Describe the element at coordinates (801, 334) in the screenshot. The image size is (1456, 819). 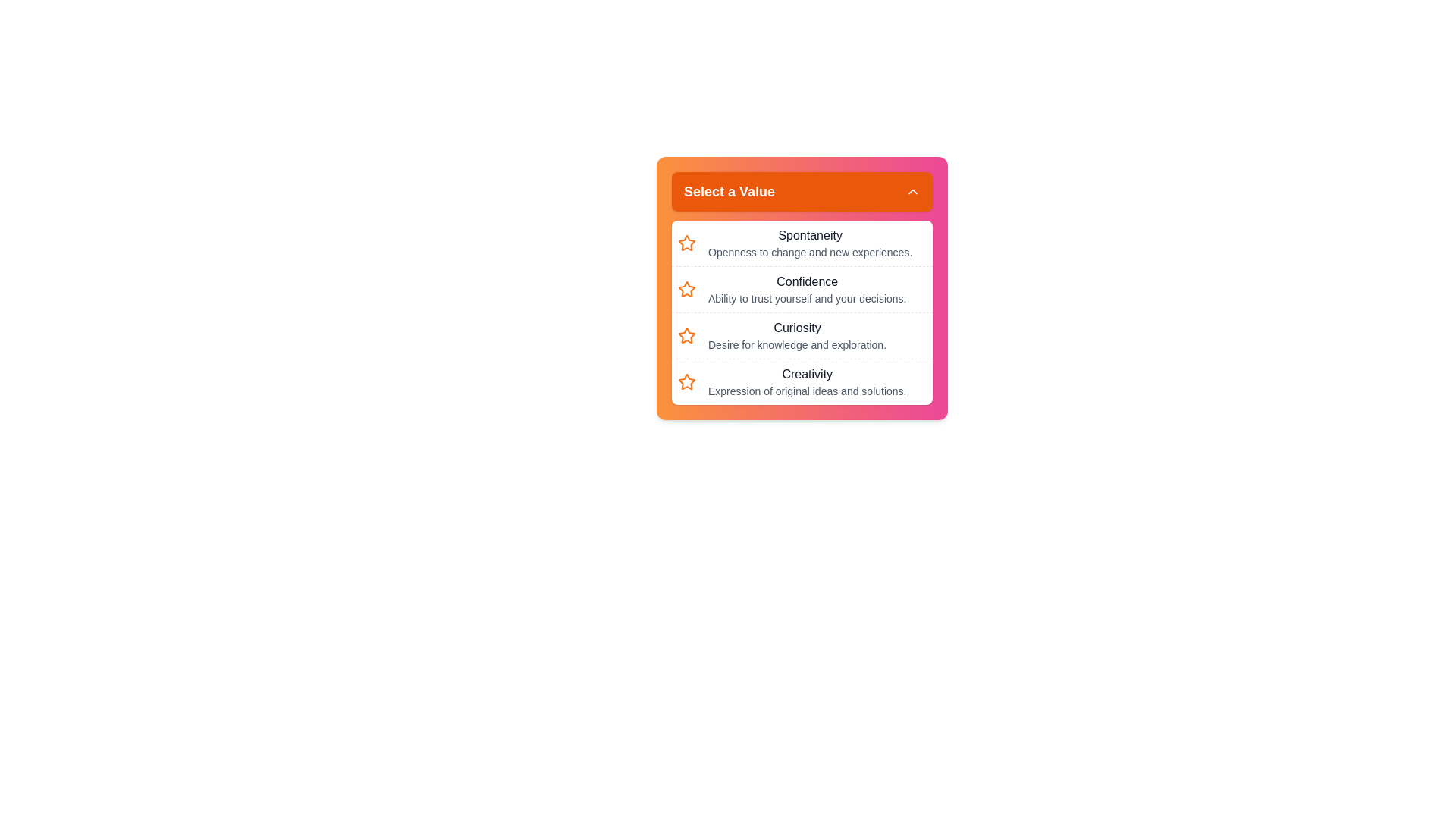
I see `the 'Curiosity' list item in the dropdown menu, which is the third option in a vertical list of four items` at that location.